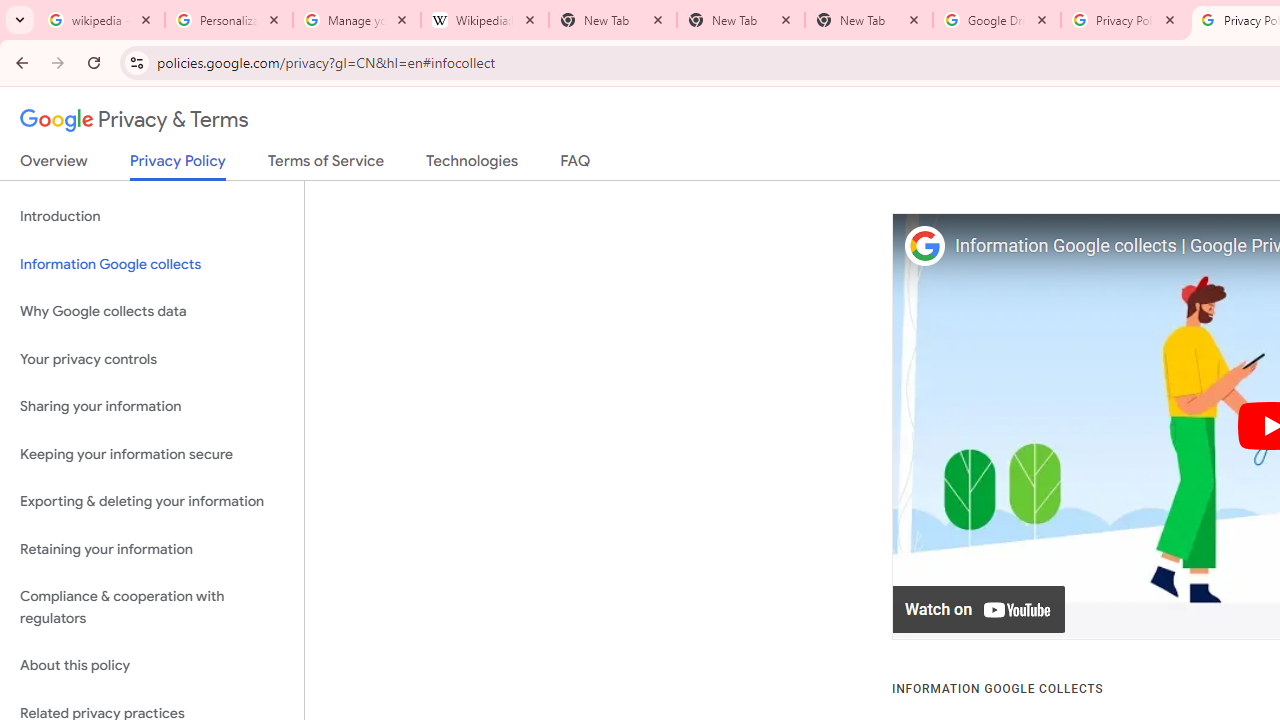 This screenshot has height=720, width=1280. I want to click on 'Watch on YouTube', so click(979, 609).